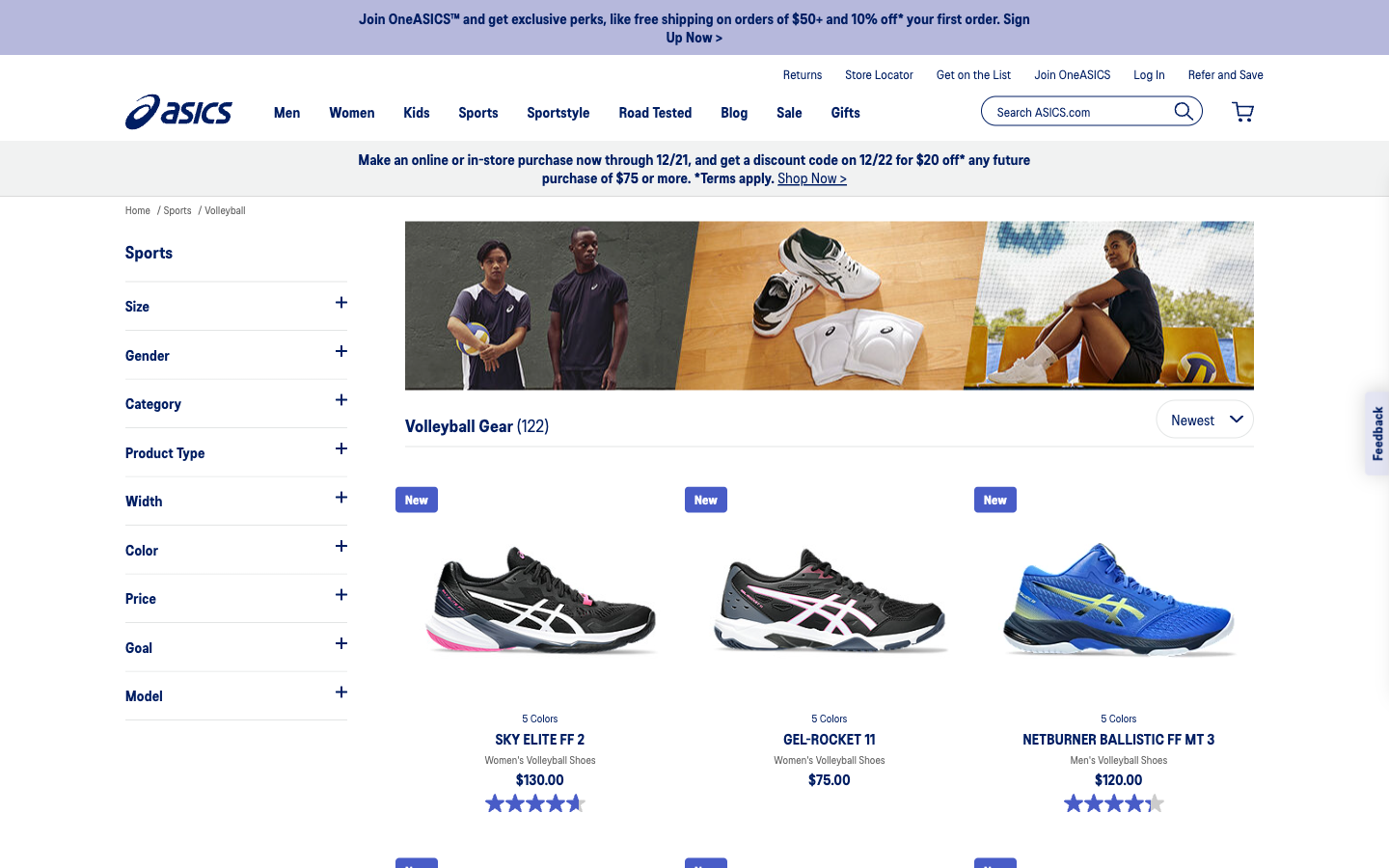 The image size is (1389, 868). Describe the element at coordinates (234, 354) in the screenshot. I see `Display the collection for females` at that location.